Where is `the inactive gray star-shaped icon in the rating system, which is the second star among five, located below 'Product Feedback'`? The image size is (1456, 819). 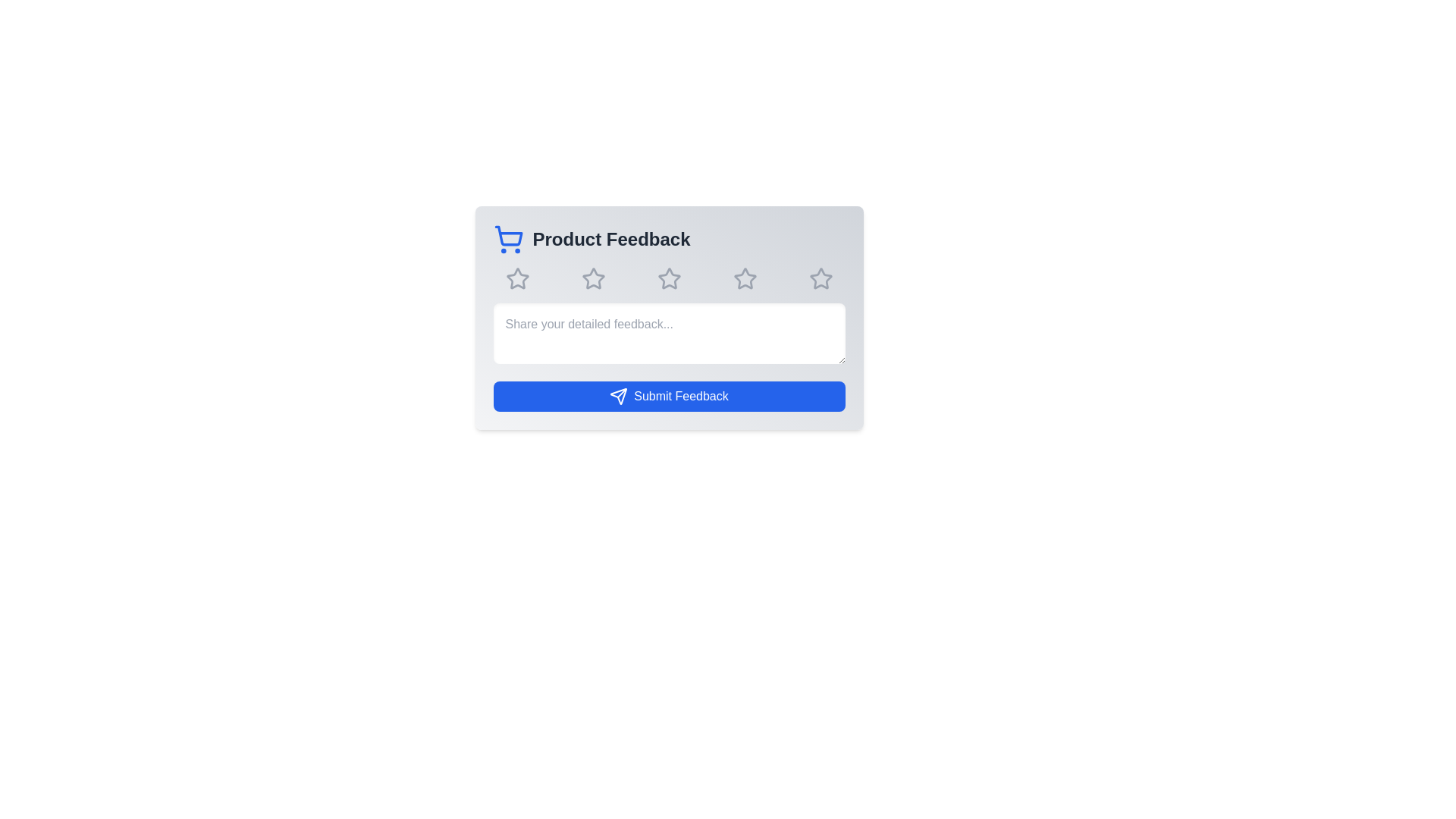 the inactive gray star-shaped icon in the rating system, which is the second star among five, located below 'Product Feedback' is located at coordinates (592, 278).